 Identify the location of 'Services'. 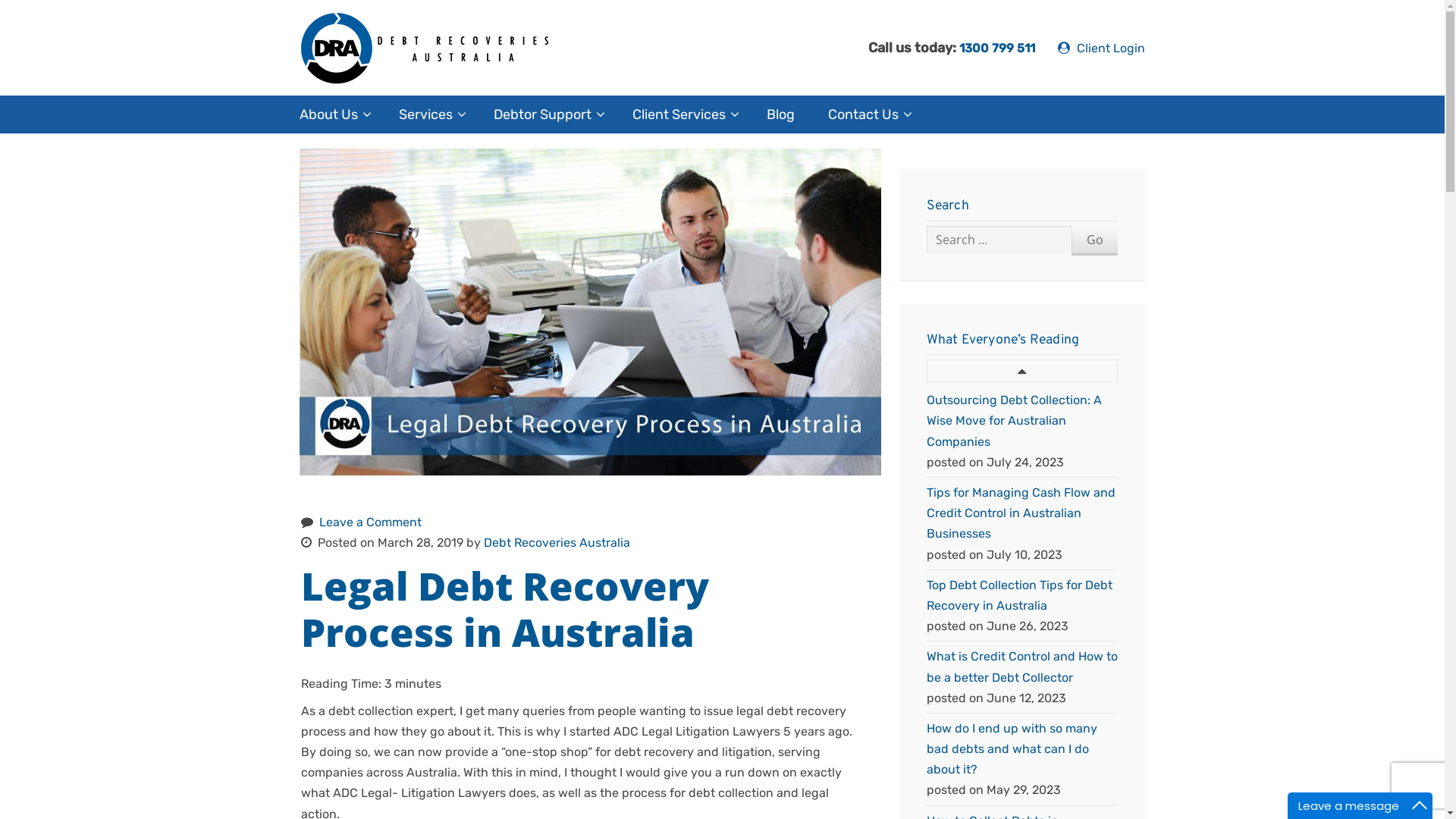
(428, 113).